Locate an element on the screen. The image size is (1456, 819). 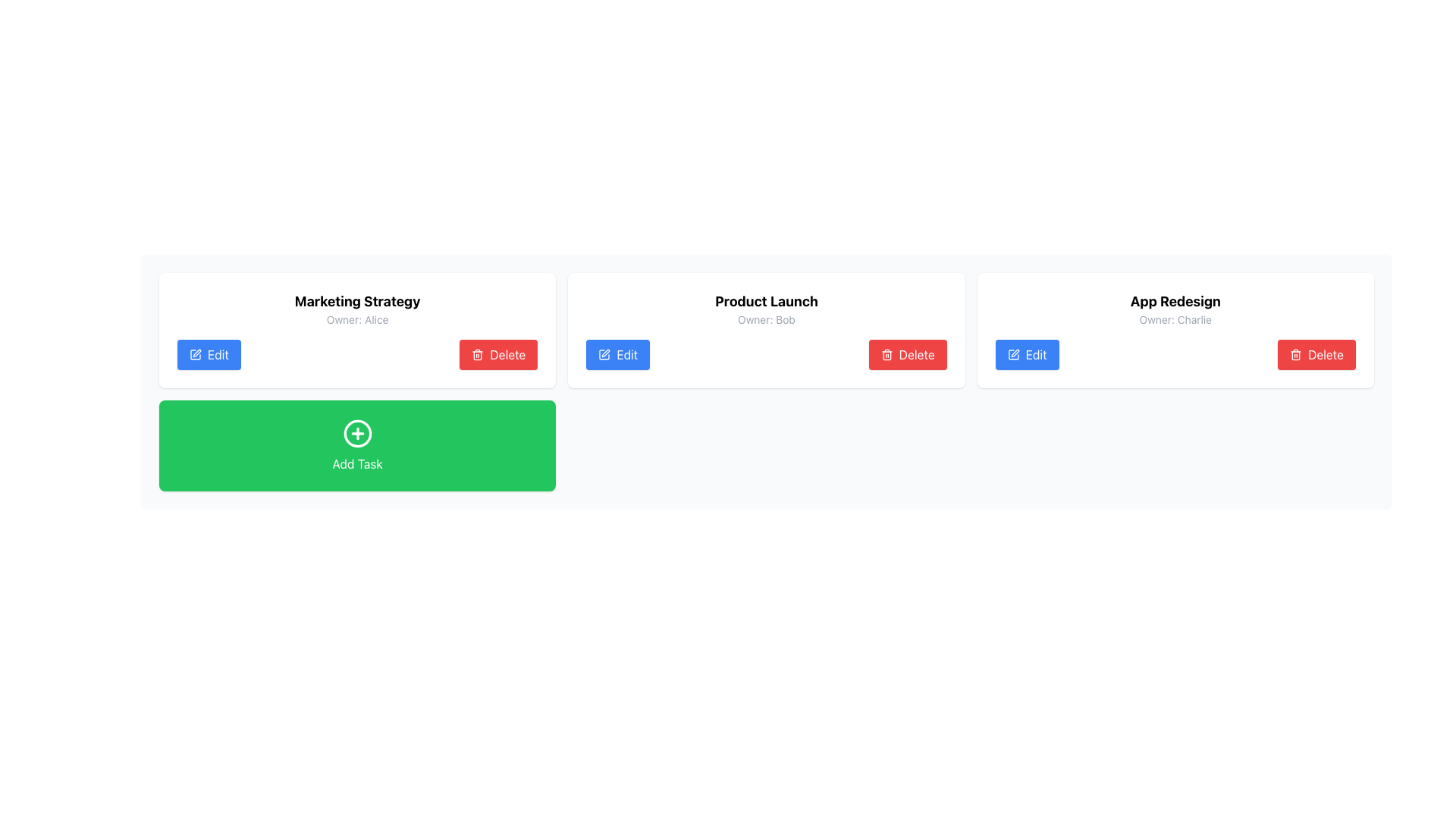
the trash icon within the red 'Delete' button associated with the 'Product Launch' card located in the second column of the UI layout is located at coordinates (886, 354).